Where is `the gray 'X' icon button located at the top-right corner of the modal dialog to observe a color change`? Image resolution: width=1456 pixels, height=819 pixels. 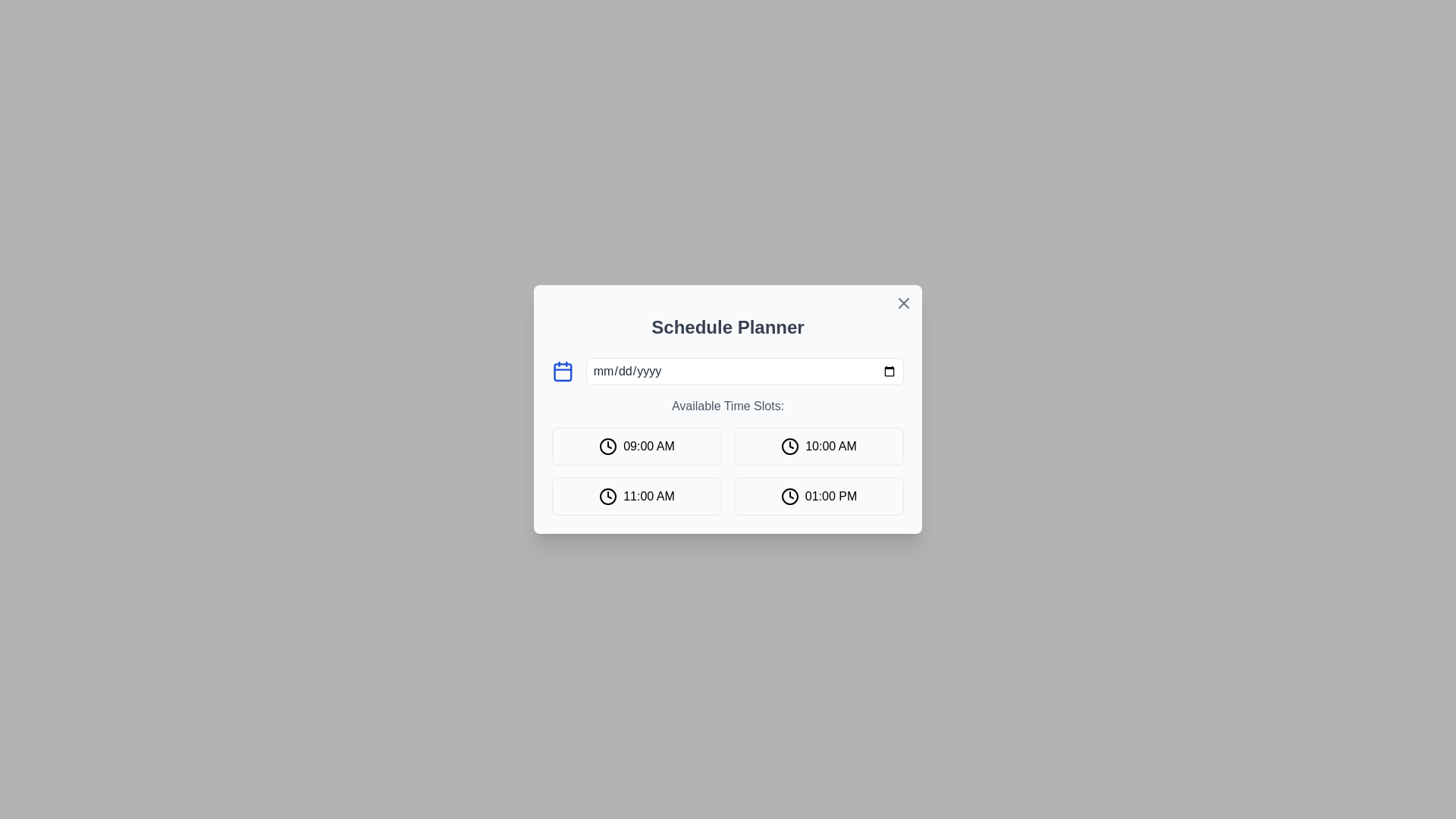
the gray 'X' icon button located at the top-right corner of the modal dialog to observe a color change is located at coordinates (903, 303).